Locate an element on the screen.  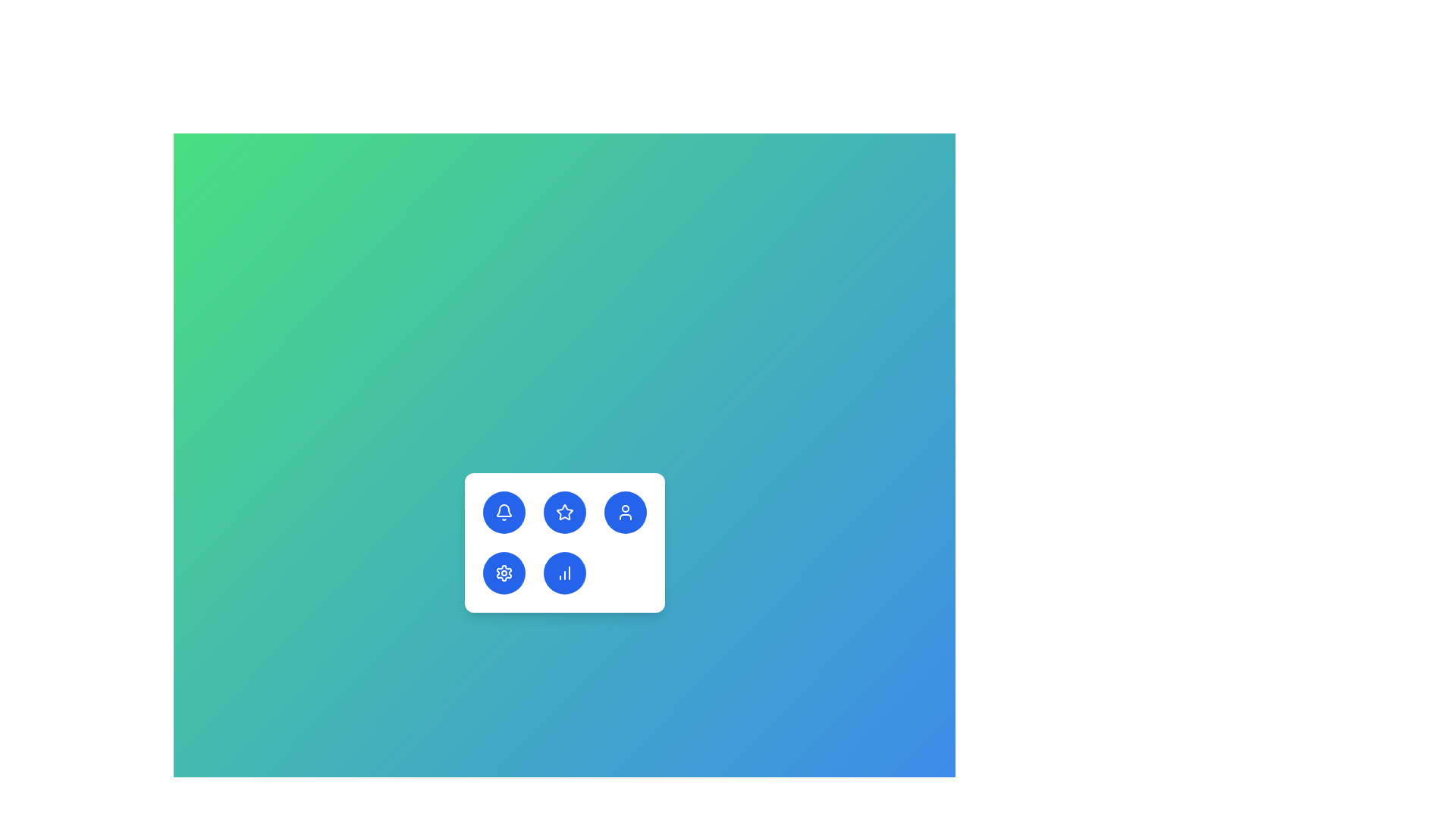
the bell icon located in the upper-left corner of the grid layout within the white card component is located at coordinates (504, 510).